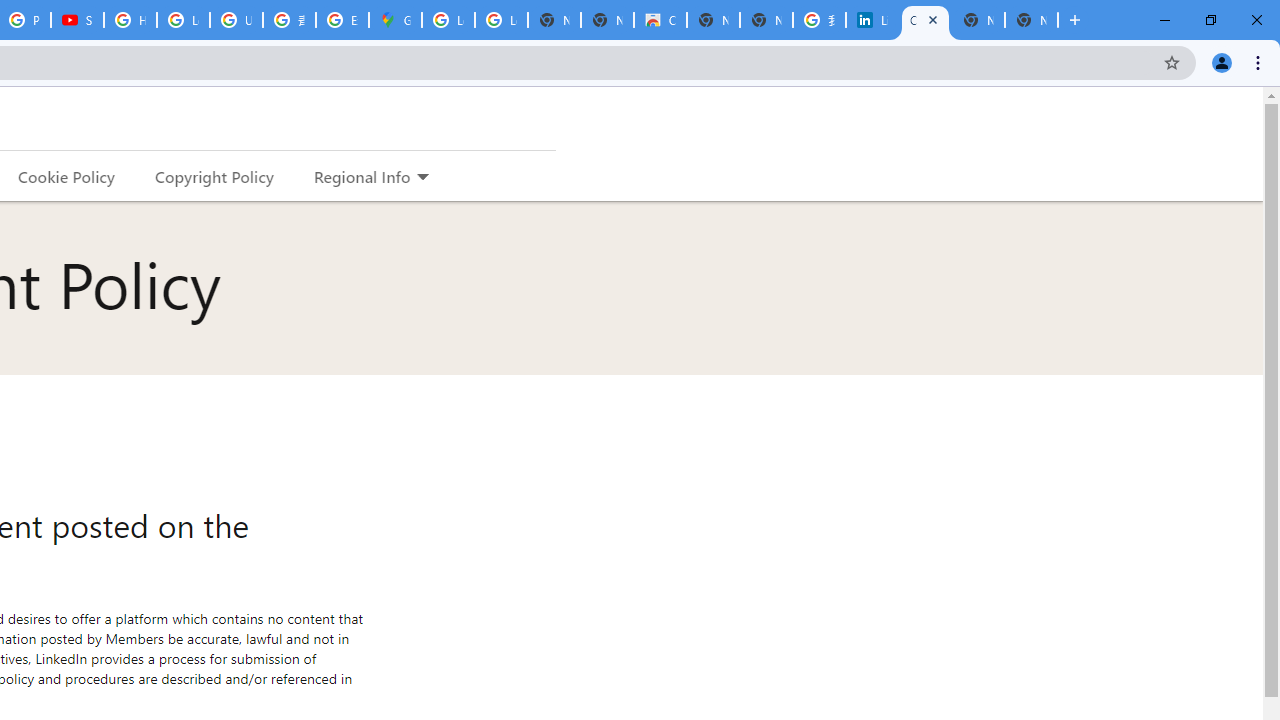  I want to click on 'Google Maps', so click(395, 20).